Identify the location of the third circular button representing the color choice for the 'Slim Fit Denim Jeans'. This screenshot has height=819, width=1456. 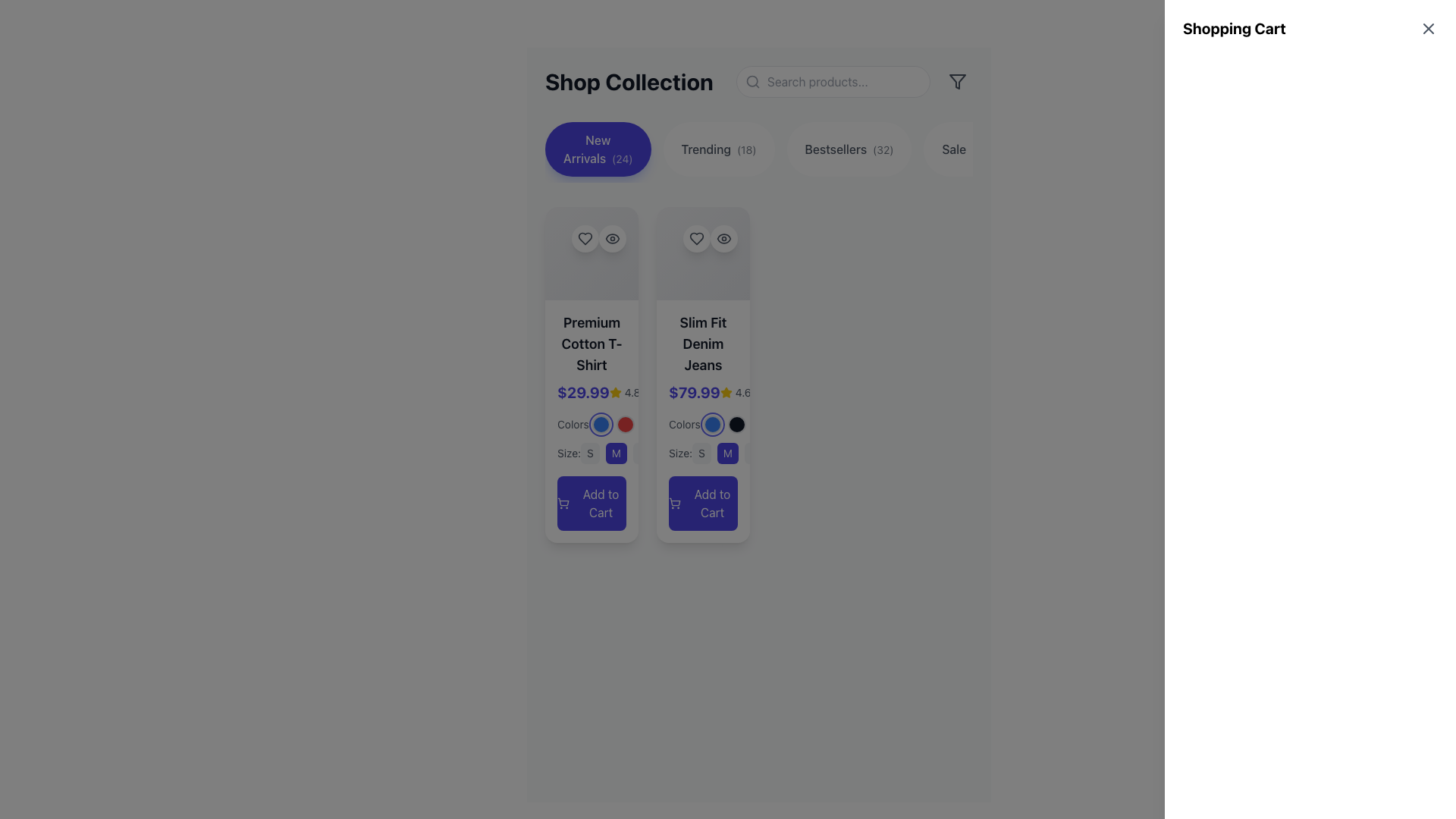
(649, 424).